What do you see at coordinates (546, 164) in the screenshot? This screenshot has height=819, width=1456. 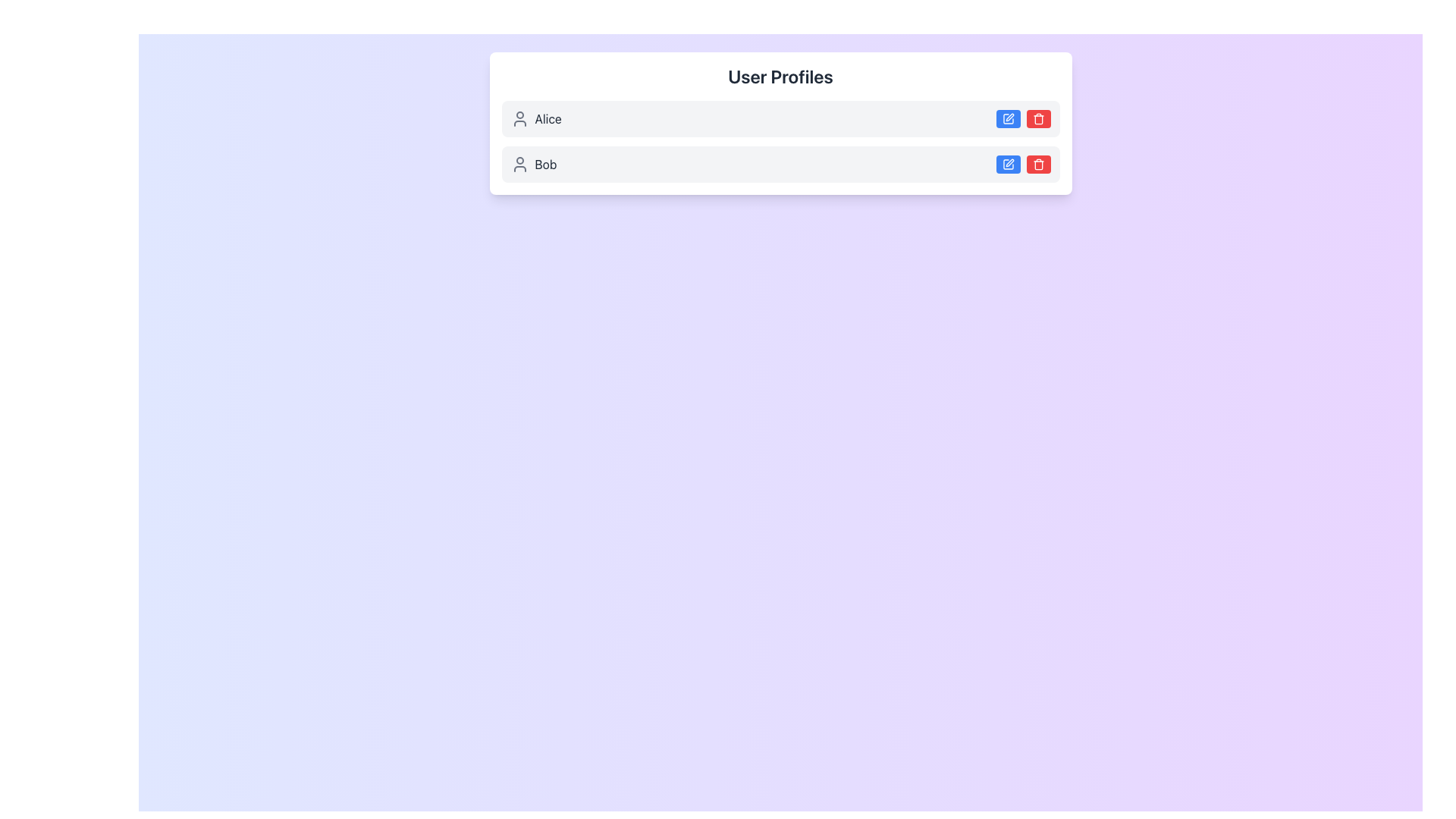 I see `text of the label displaying 'Bob', which is the second item in the user profile listing, positioned between a user icon and action buttons` at bounding box center [546, 164].